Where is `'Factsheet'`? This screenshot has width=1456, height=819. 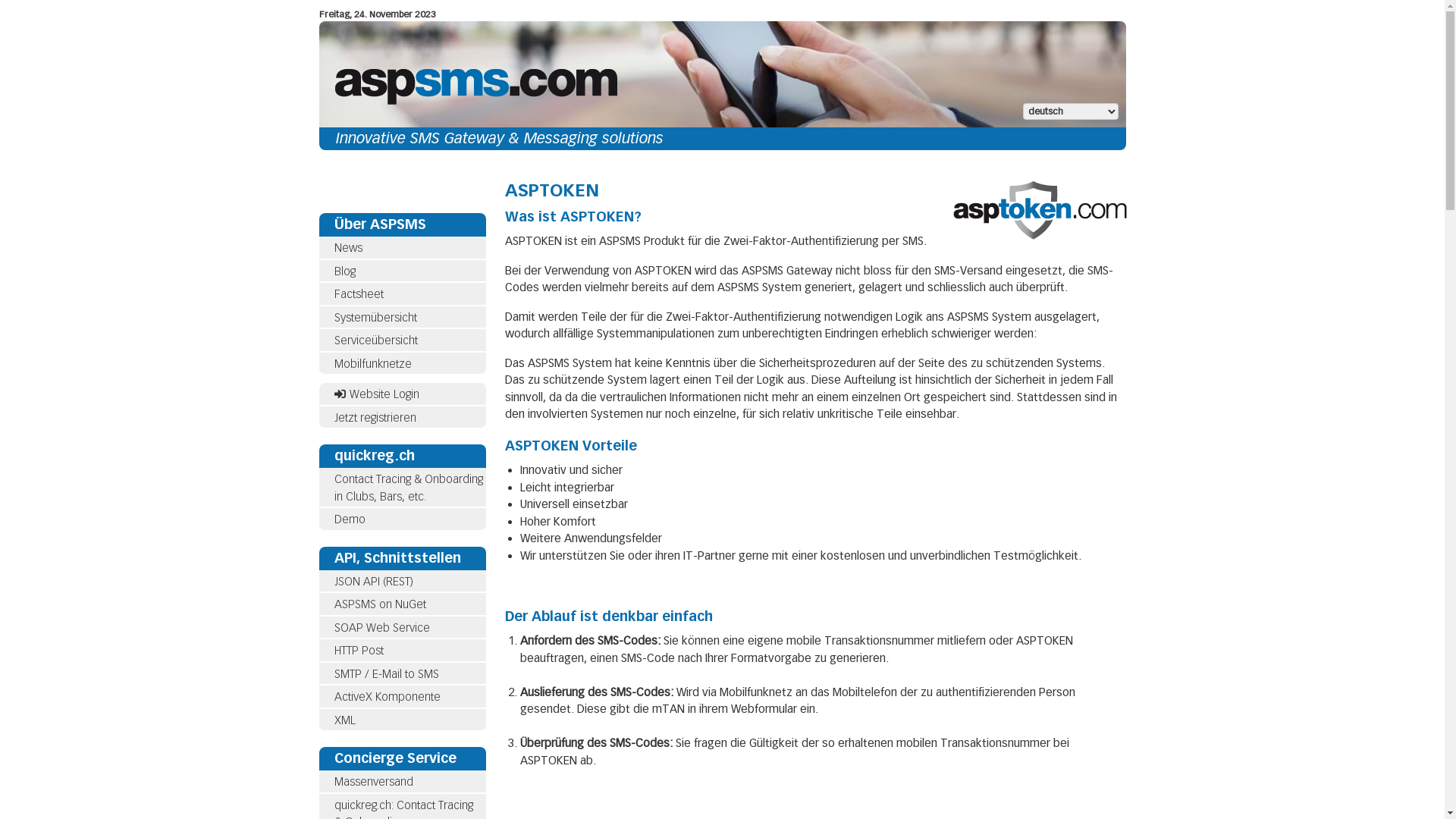
'Factsheet' is located at coordinates (333, 294).